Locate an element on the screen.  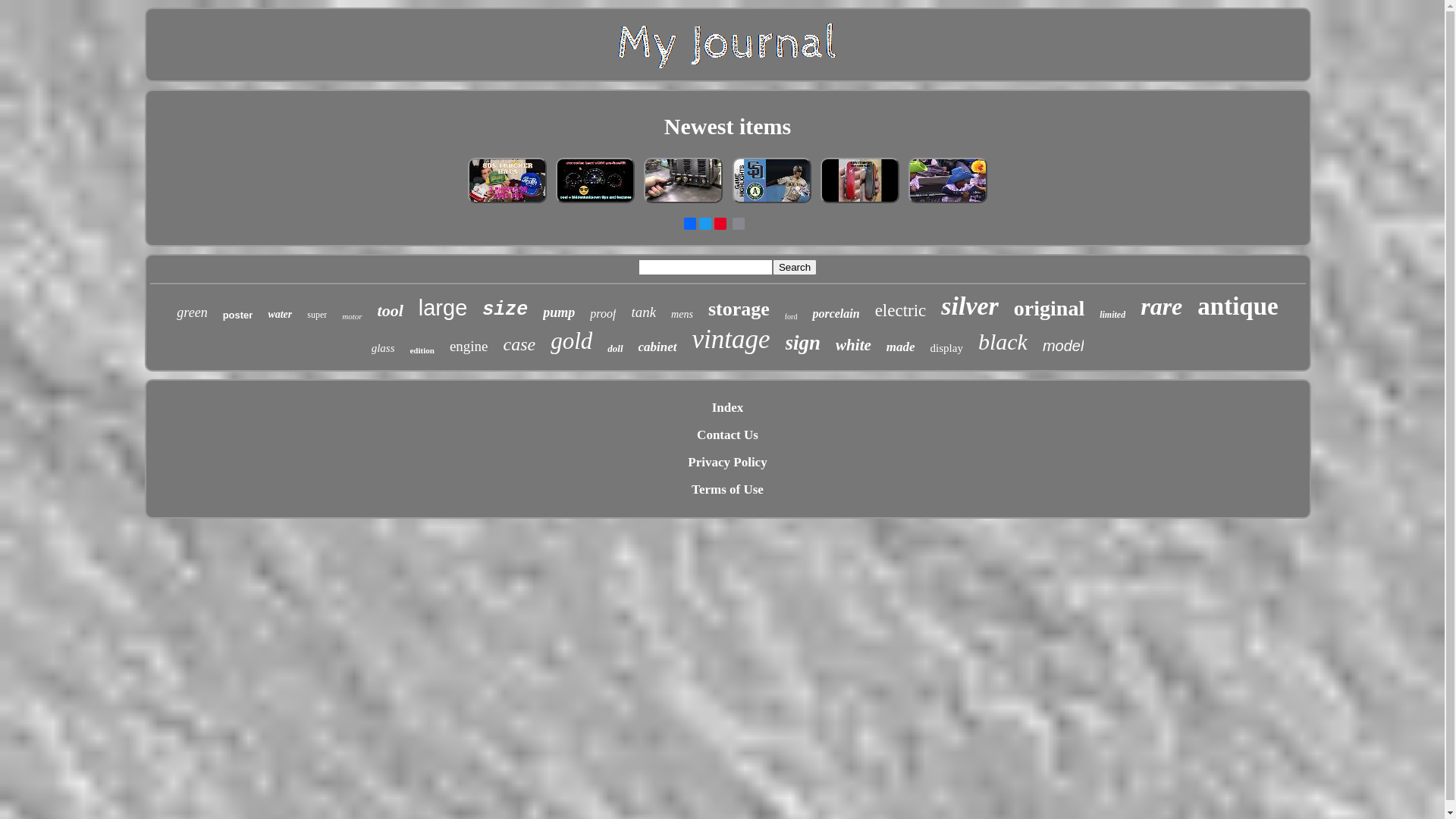
'made' is located at coordinates (901, 347).